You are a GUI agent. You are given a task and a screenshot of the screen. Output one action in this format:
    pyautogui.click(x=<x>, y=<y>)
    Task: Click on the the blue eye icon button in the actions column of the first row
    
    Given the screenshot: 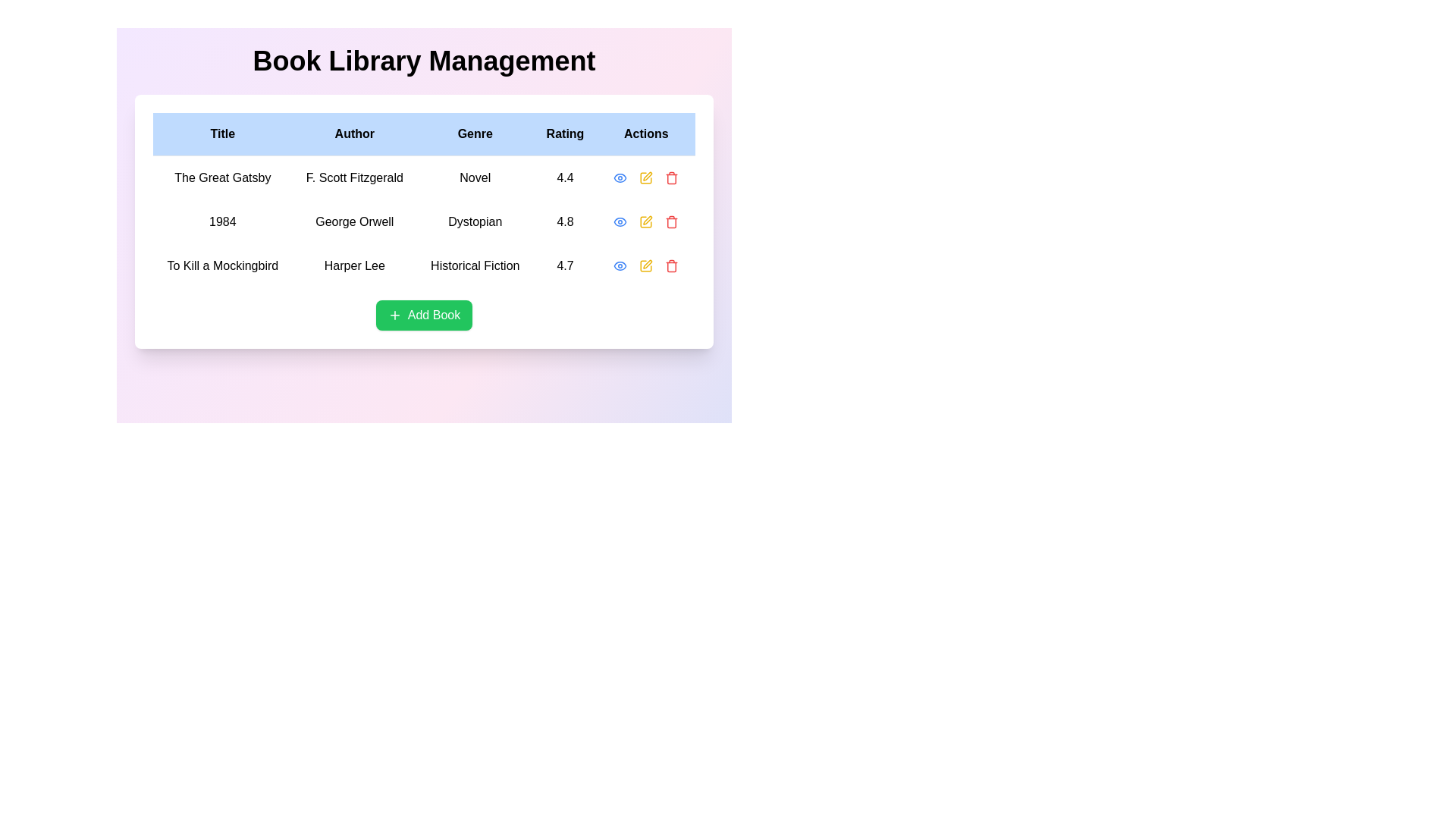 What is the action you would take?
    pyautogui.click(x=620, y=177)
    